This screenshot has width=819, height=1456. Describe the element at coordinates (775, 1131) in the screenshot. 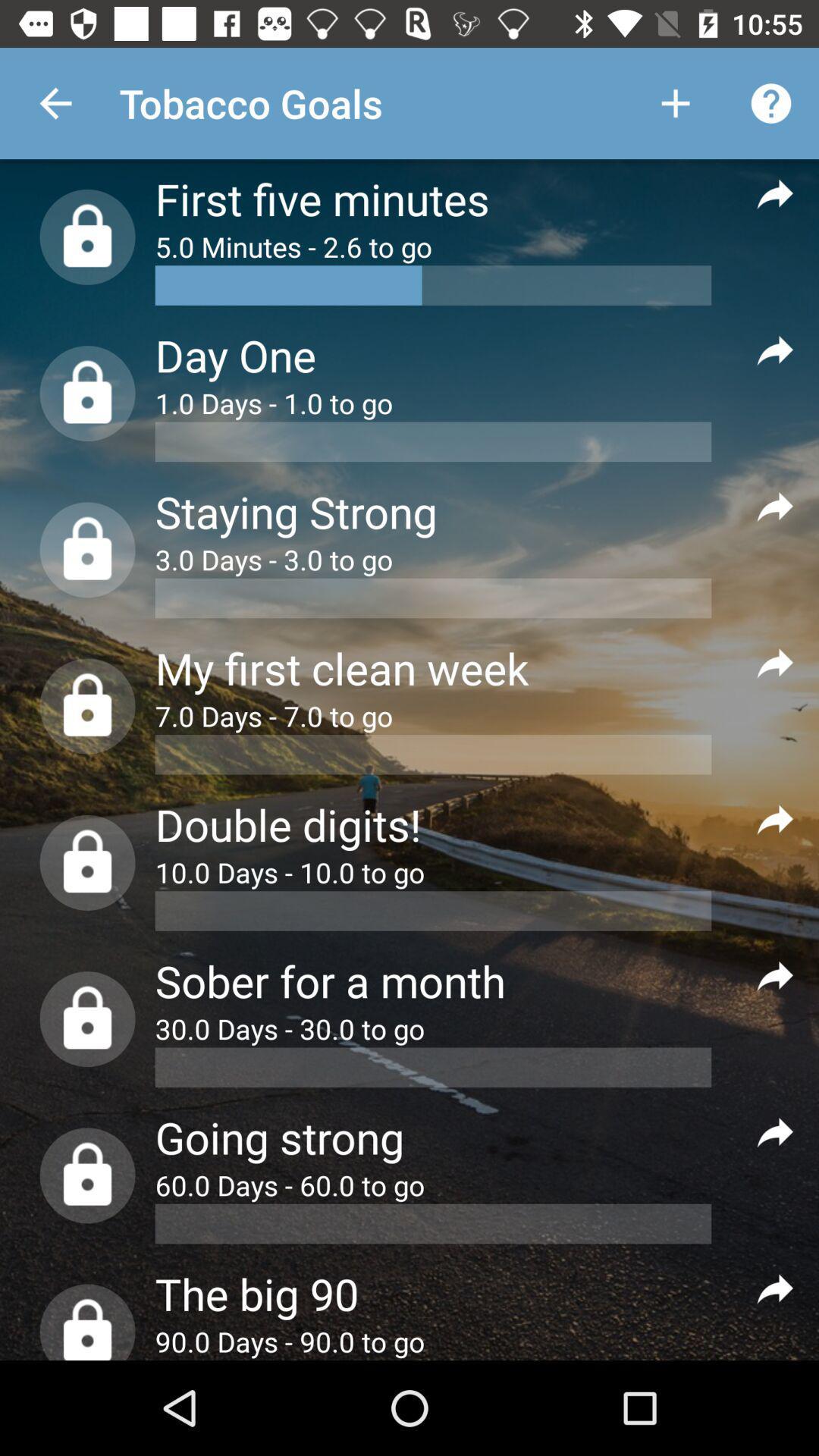

I see `sharing a goal` at that location.